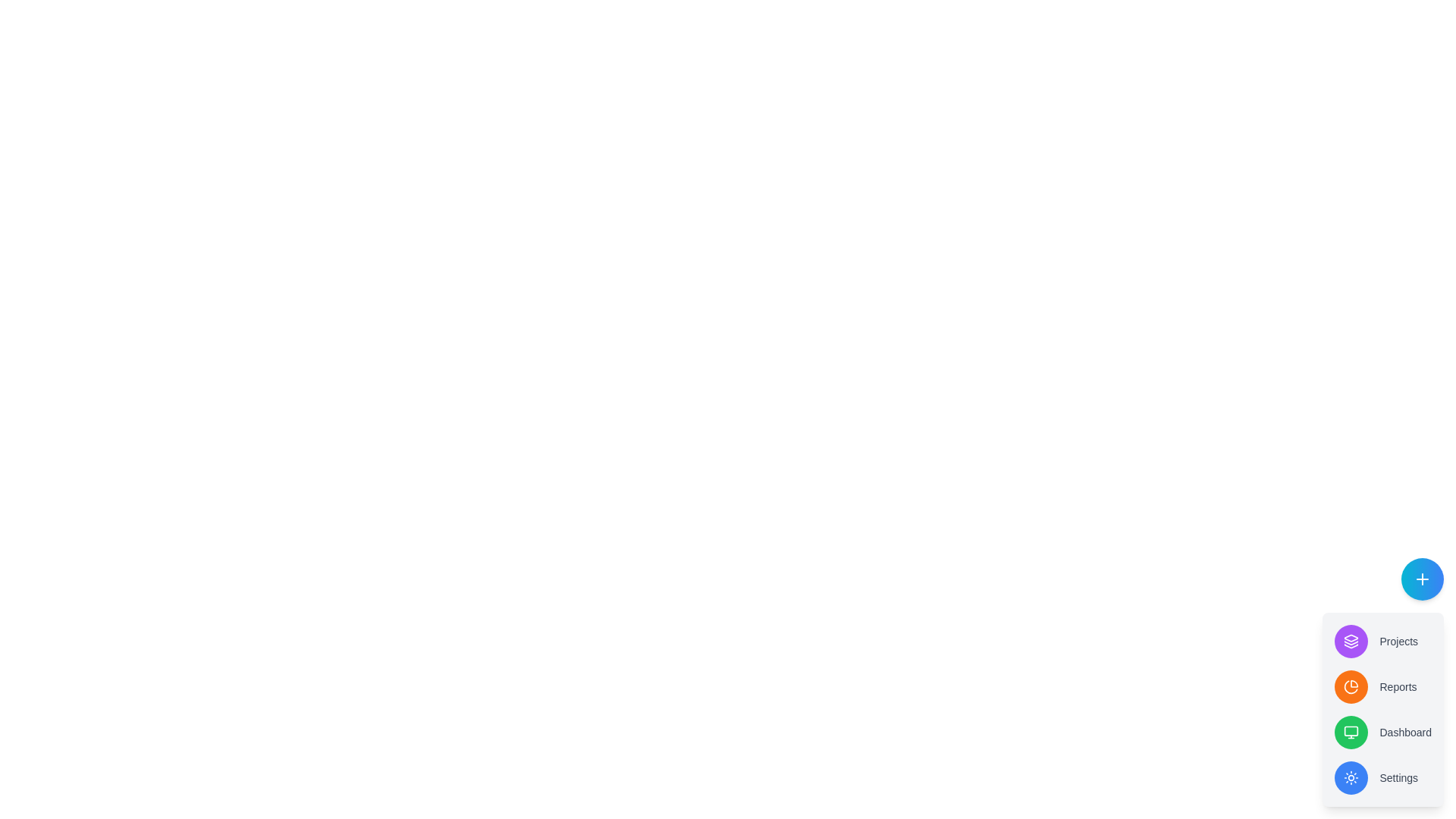  I want to click on the blue circular 'Settings' navigation button at the bottom of the vertical menu, so click(1382, 778).